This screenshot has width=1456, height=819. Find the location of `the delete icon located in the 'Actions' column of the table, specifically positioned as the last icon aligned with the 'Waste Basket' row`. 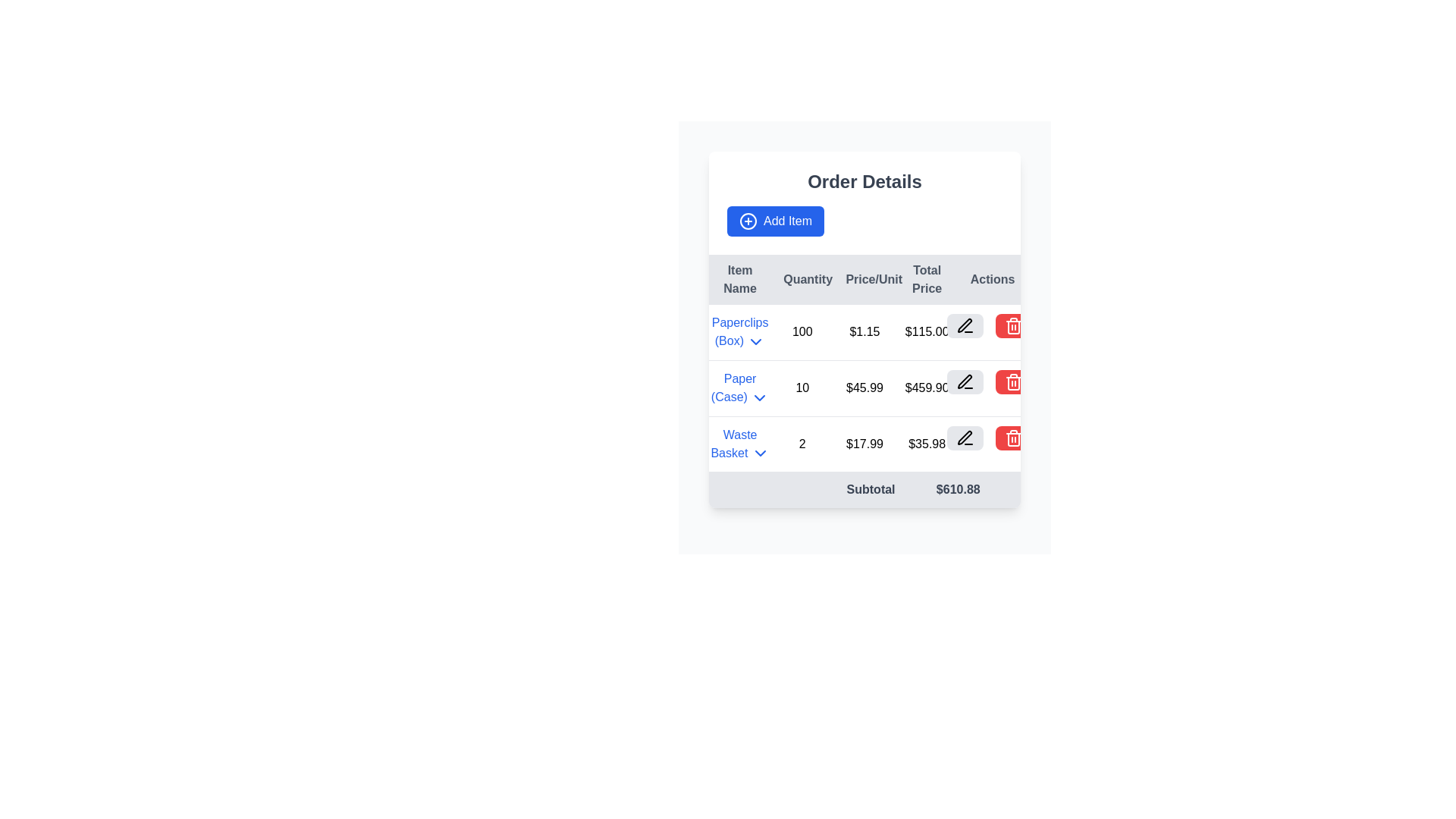

the delete icon located in the 'Actions' column of the table, specifically positioned as the last icon aligned with the 'Waste Basket' row is located at coordinates (1013, 438).